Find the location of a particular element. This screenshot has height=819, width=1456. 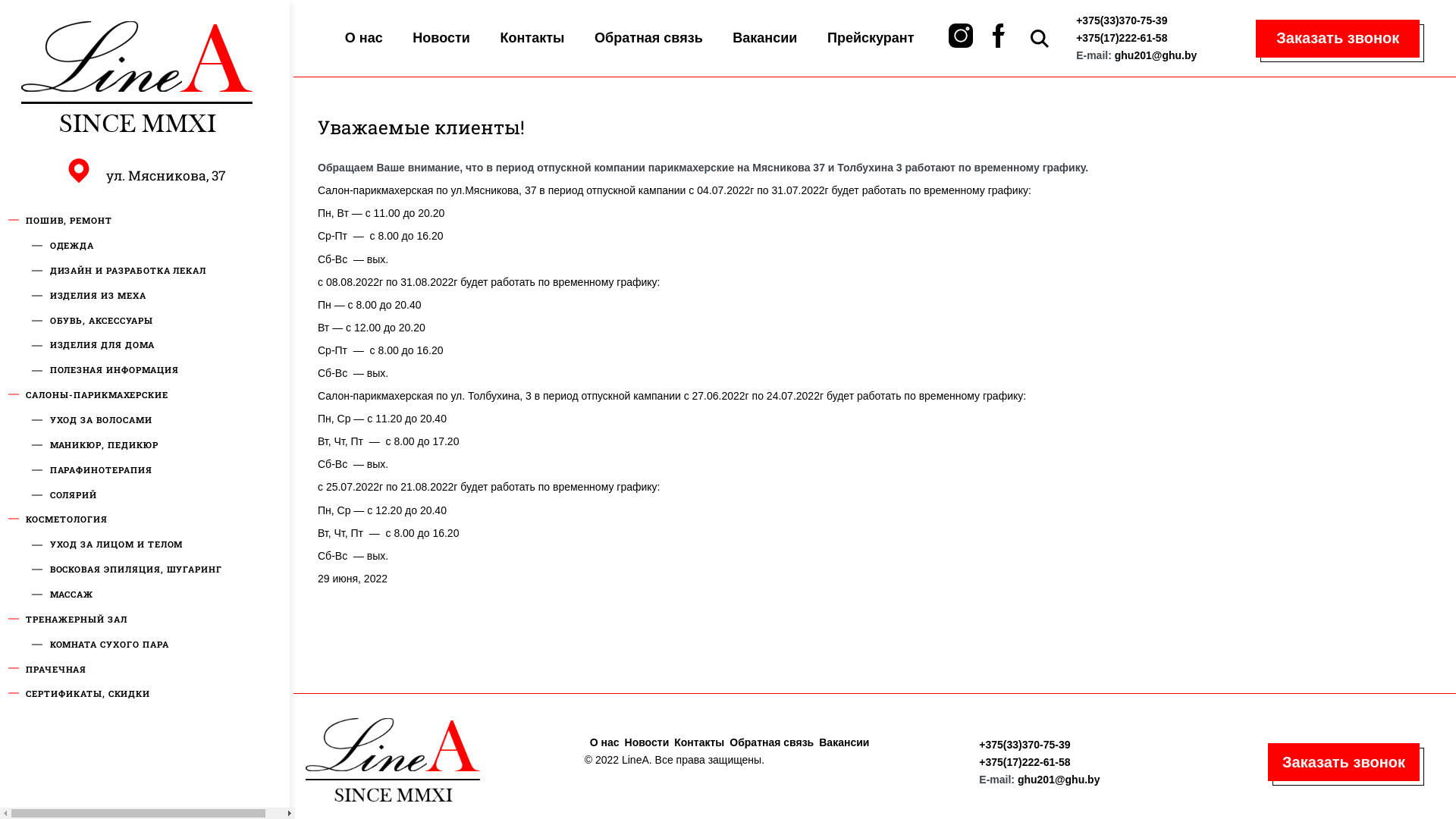

'ghu201@ghu.by' is located at coordinates (1155, 55).